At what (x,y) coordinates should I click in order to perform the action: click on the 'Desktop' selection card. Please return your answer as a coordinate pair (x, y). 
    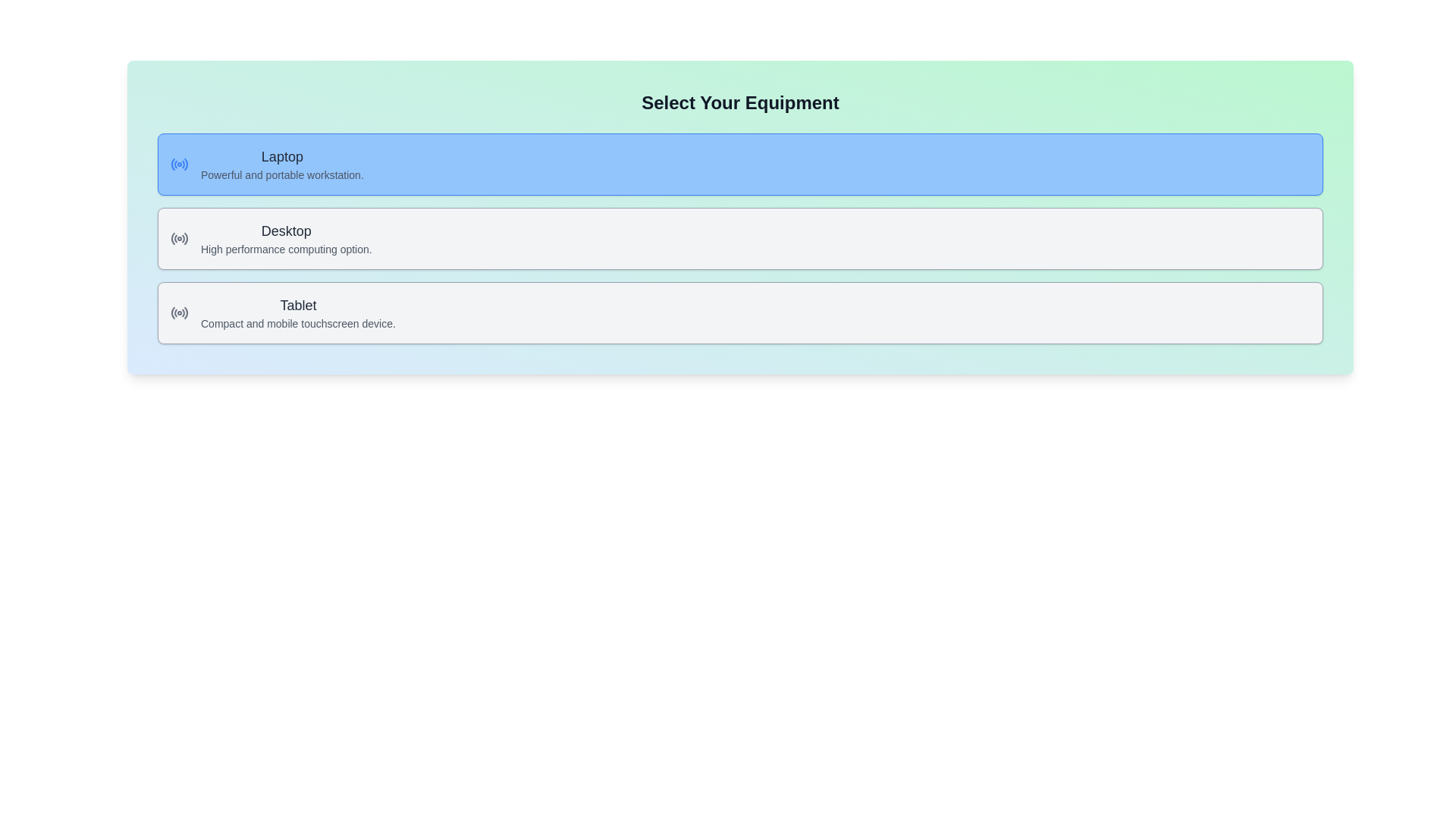
    Looking at the image, I should click on (740, 239).